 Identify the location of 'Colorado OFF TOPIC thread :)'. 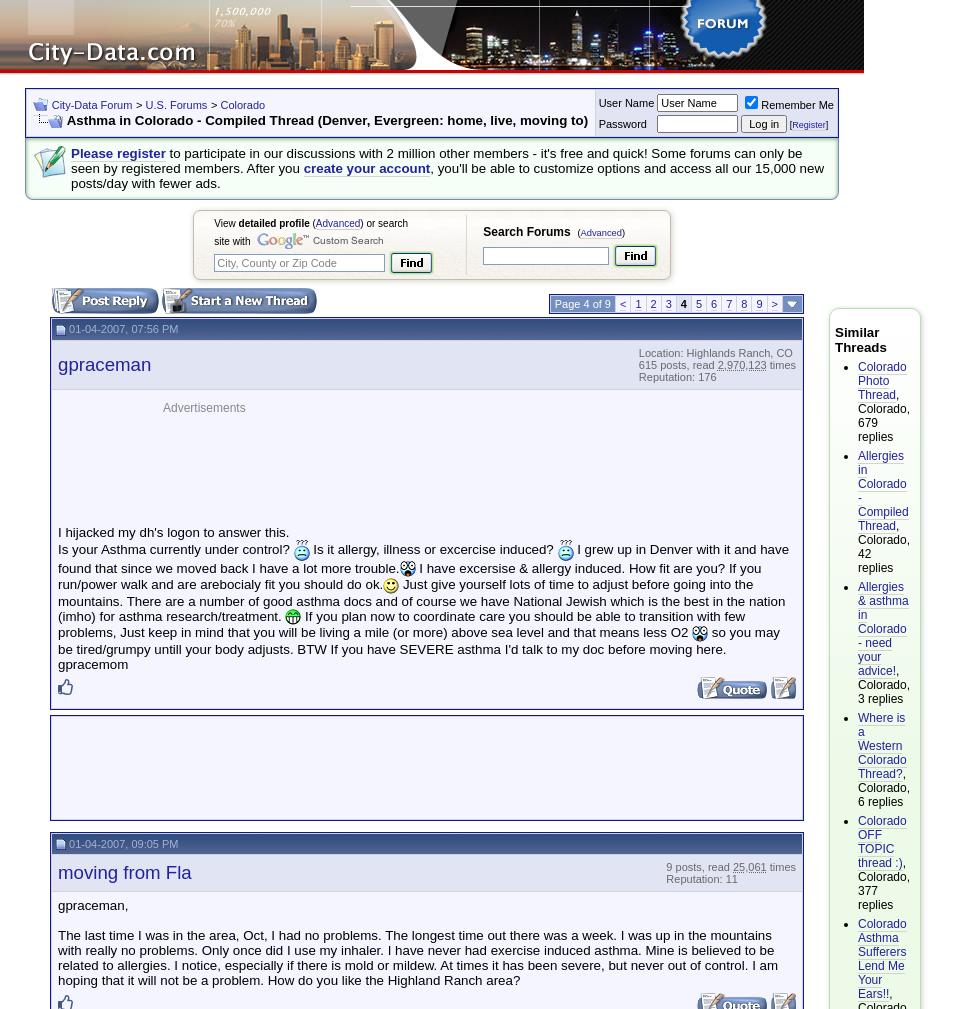
(880, 842).